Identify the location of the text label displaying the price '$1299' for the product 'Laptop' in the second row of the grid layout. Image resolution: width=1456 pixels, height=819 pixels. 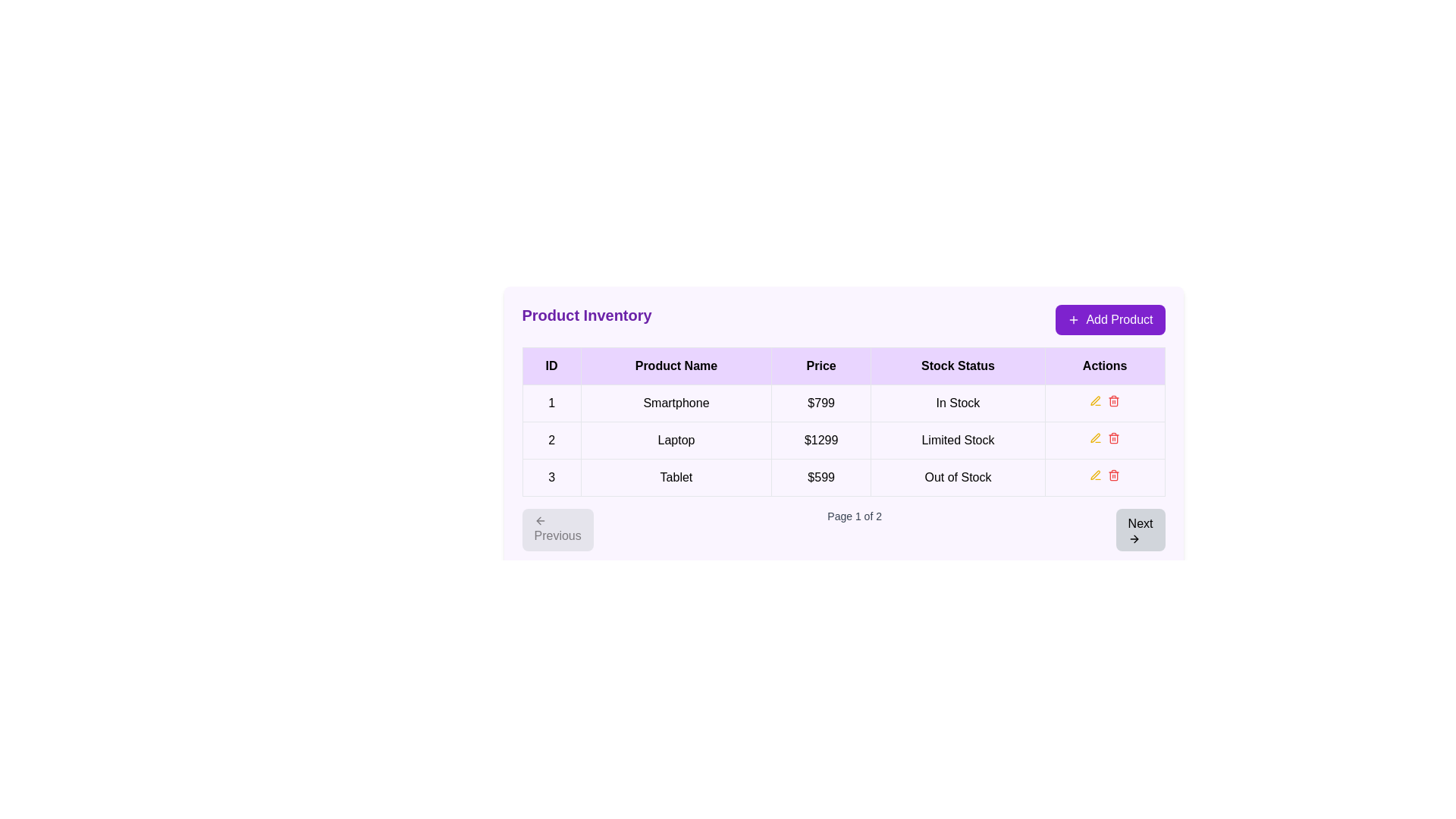
(821, 441).